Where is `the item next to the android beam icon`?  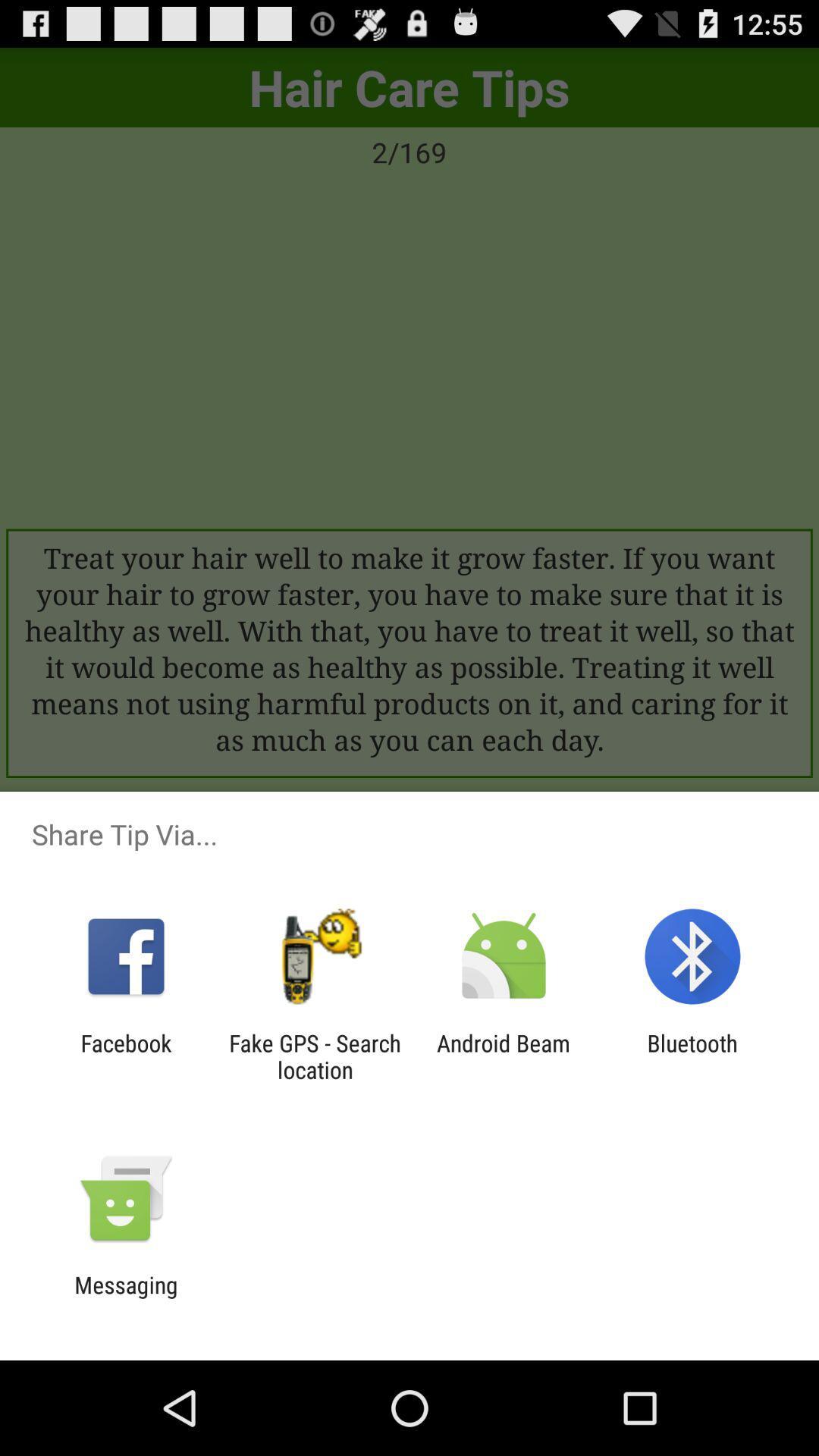
the item next to the android beam icon is located at coordinates (692, 1056).